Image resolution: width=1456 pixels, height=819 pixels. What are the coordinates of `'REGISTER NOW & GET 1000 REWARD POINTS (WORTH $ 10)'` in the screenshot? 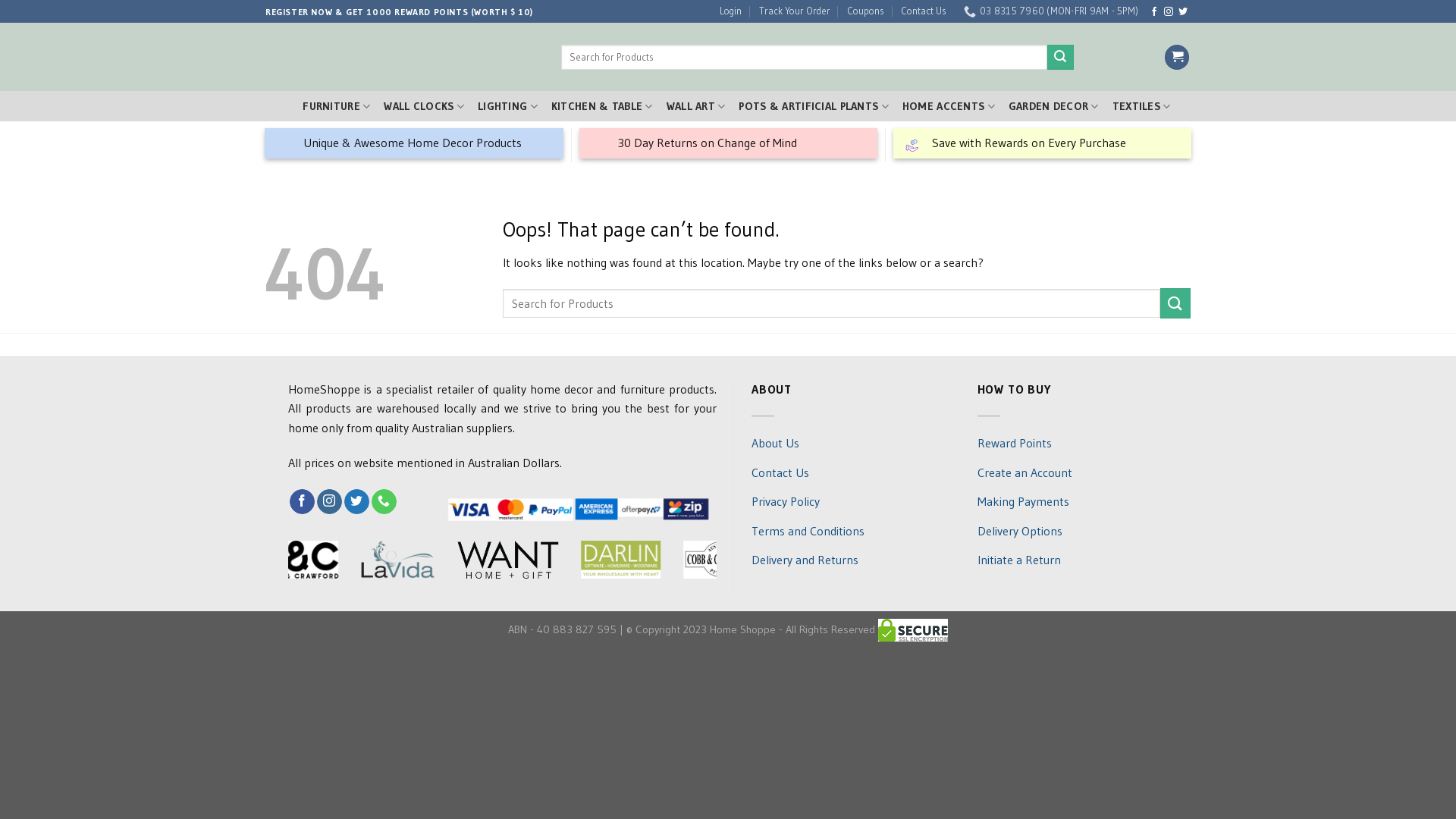 It's located at (393, 11).